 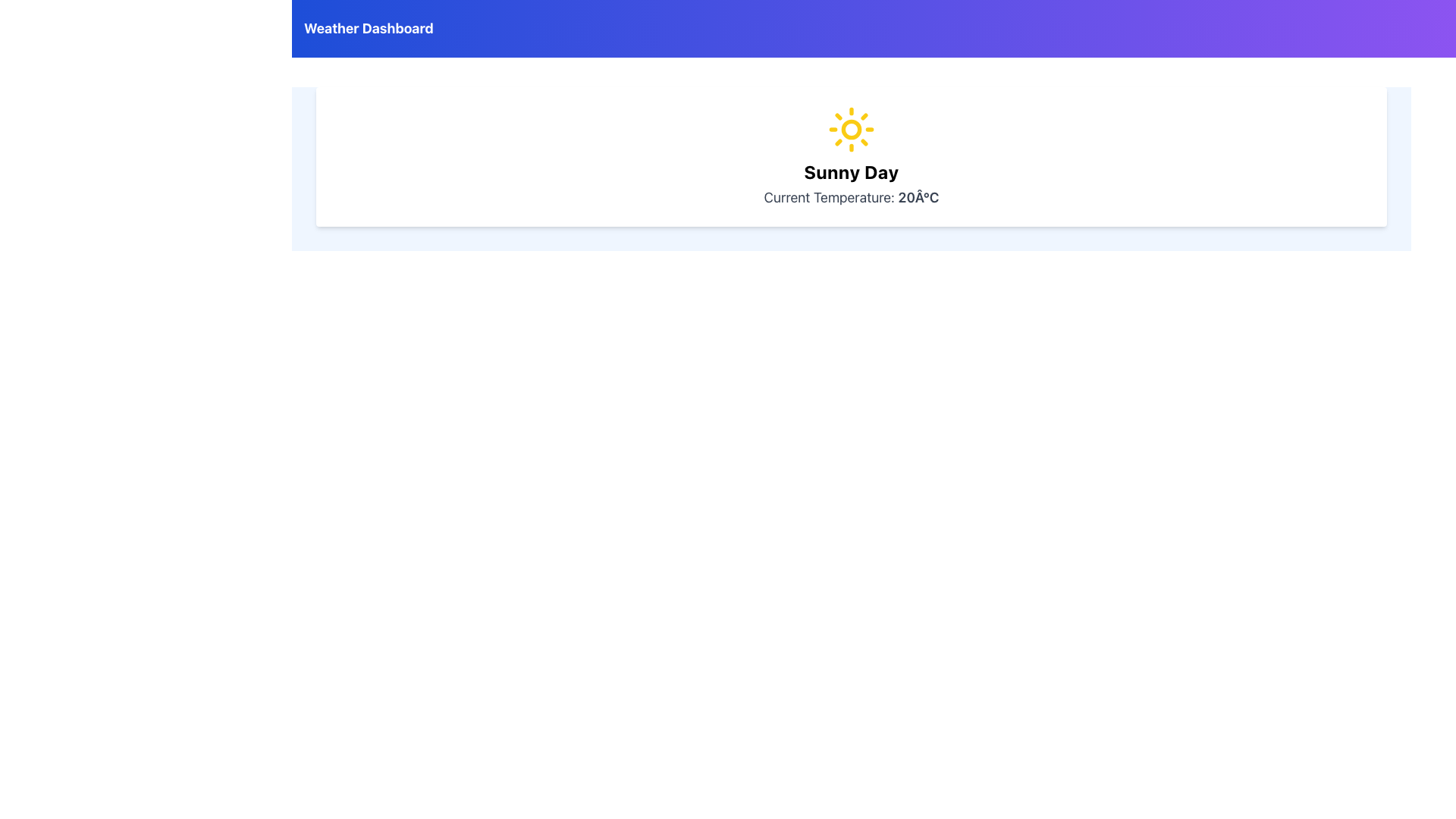 What do you see at coordinates (918, 196) in the screenshot?
I see `the static text displaying '20°C', which is part of the line labeled 'Current Temperature:', located at the right end of this line` at bounding box center [918, 196].